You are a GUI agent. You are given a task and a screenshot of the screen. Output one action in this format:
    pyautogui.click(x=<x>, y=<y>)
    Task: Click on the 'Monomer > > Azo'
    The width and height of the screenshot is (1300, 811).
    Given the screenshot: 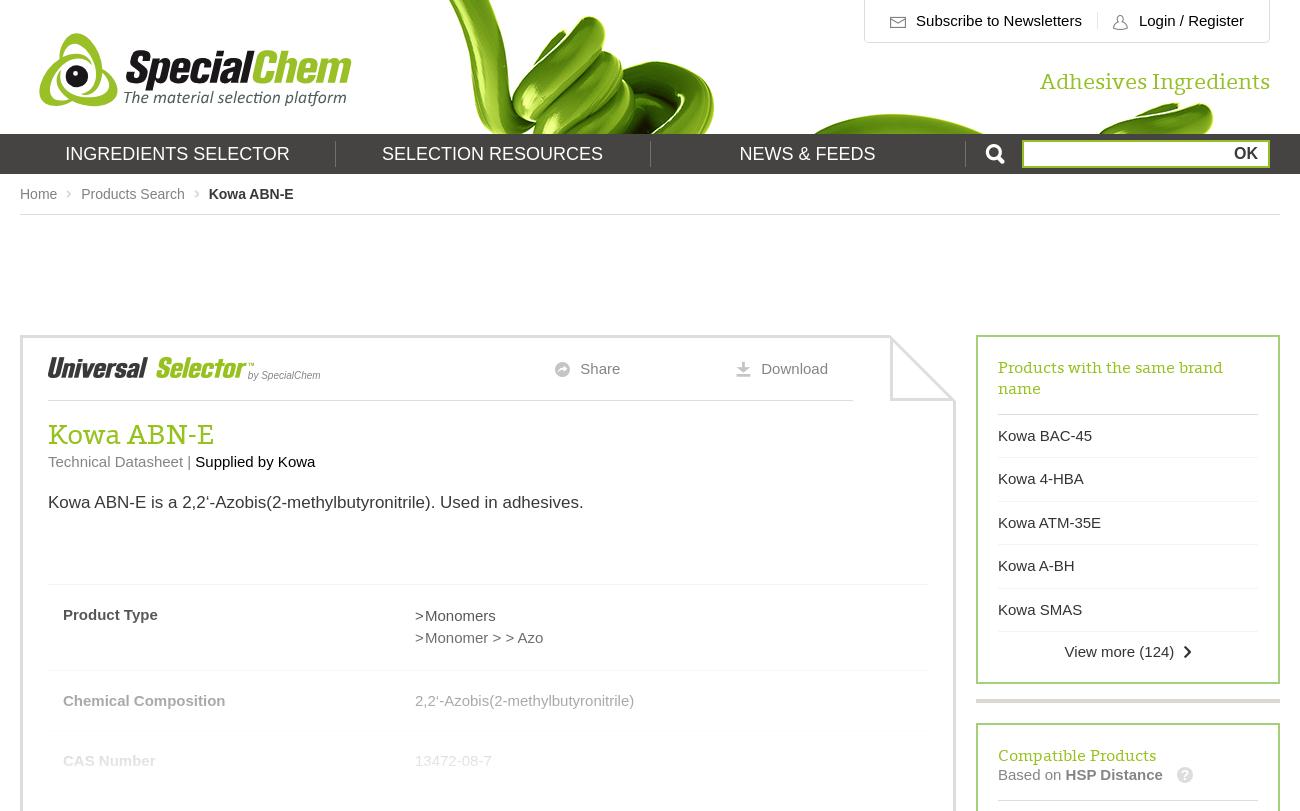 What is the action you would take?
    pyautogui.click(x=482, y=636)
    